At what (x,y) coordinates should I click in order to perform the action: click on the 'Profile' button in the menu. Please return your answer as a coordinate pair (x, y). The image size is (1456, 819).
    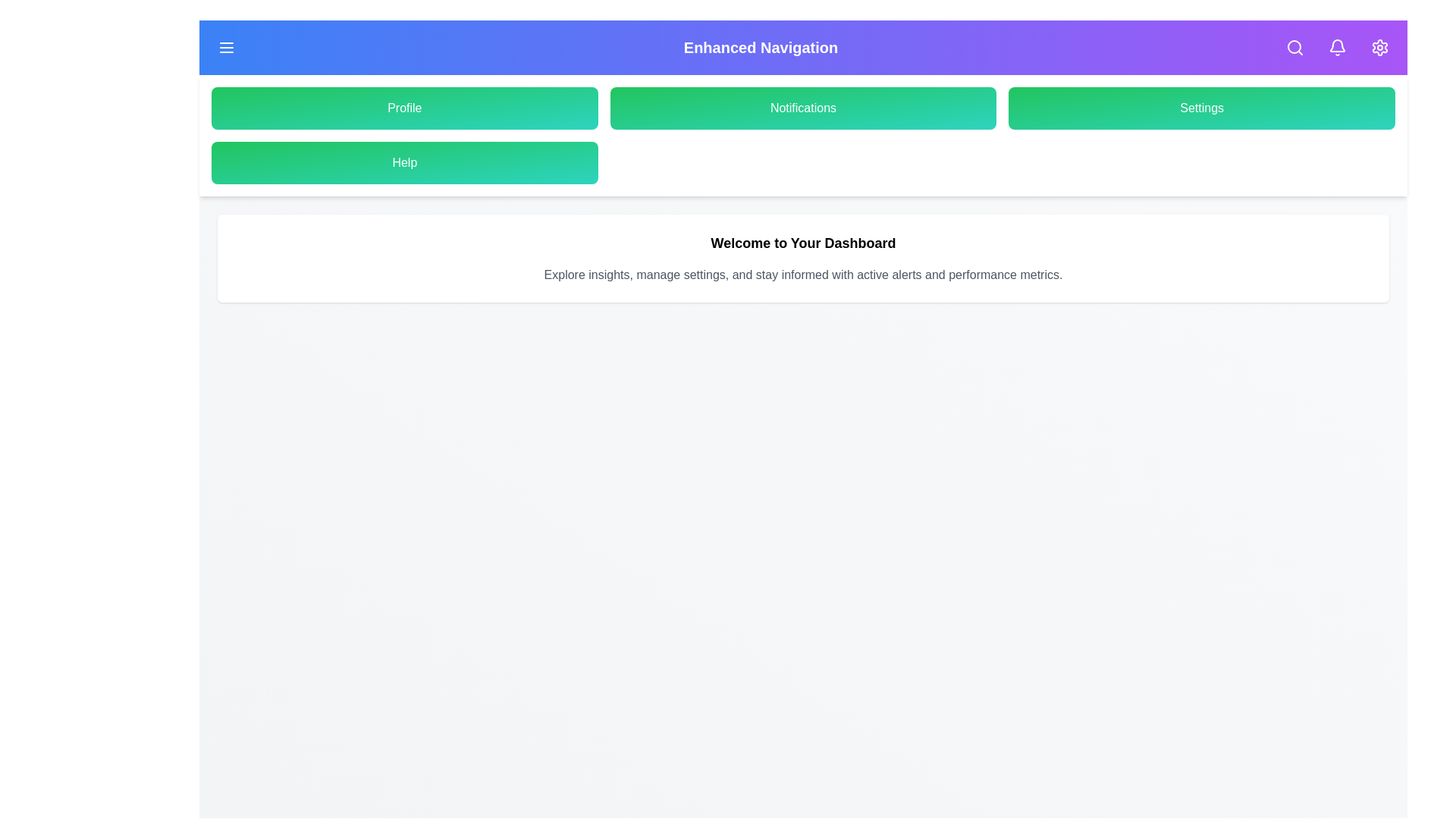
    Looking at the image, I should click on (404, 107).